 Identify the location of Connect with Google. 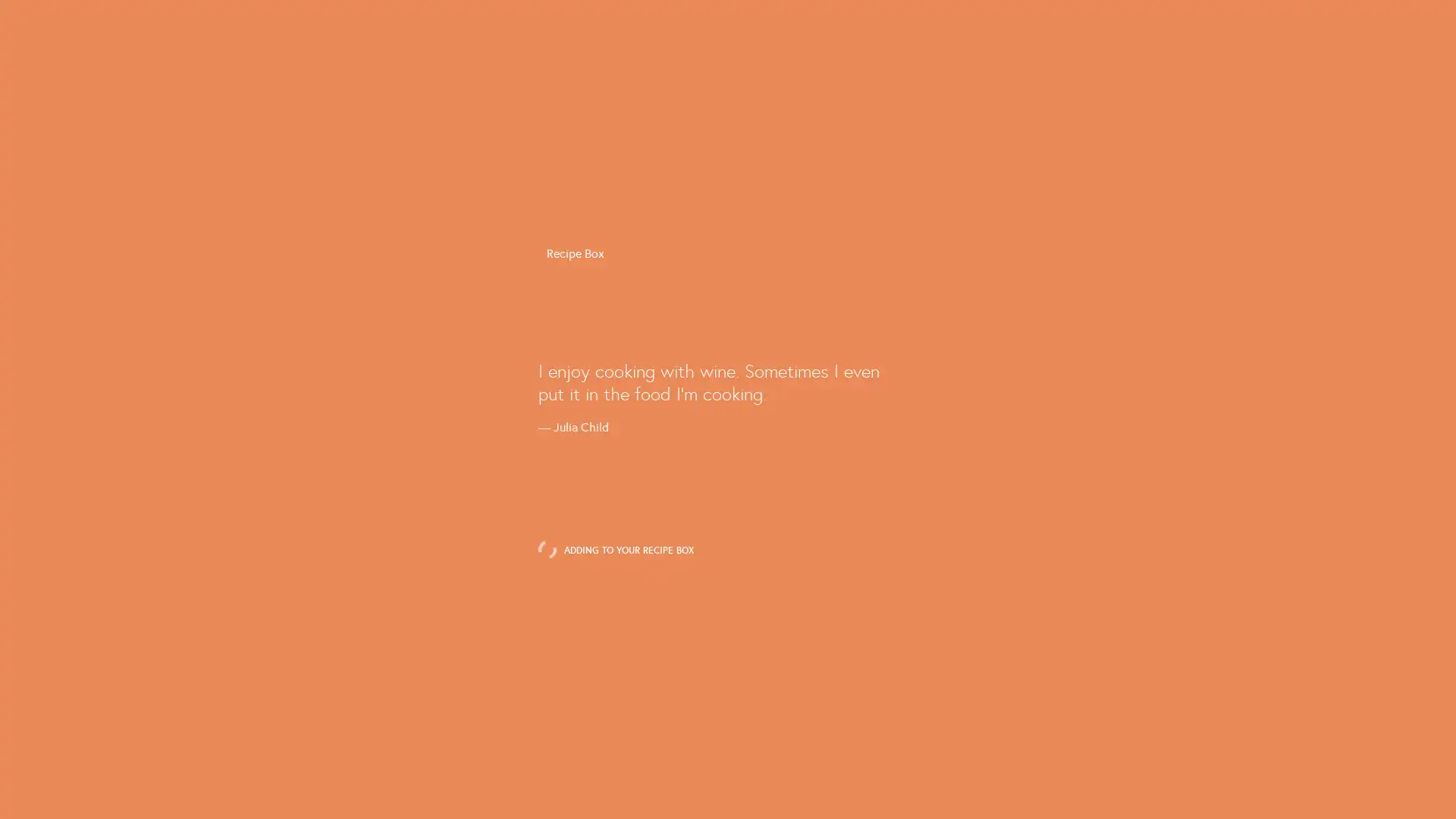
(726, 435).